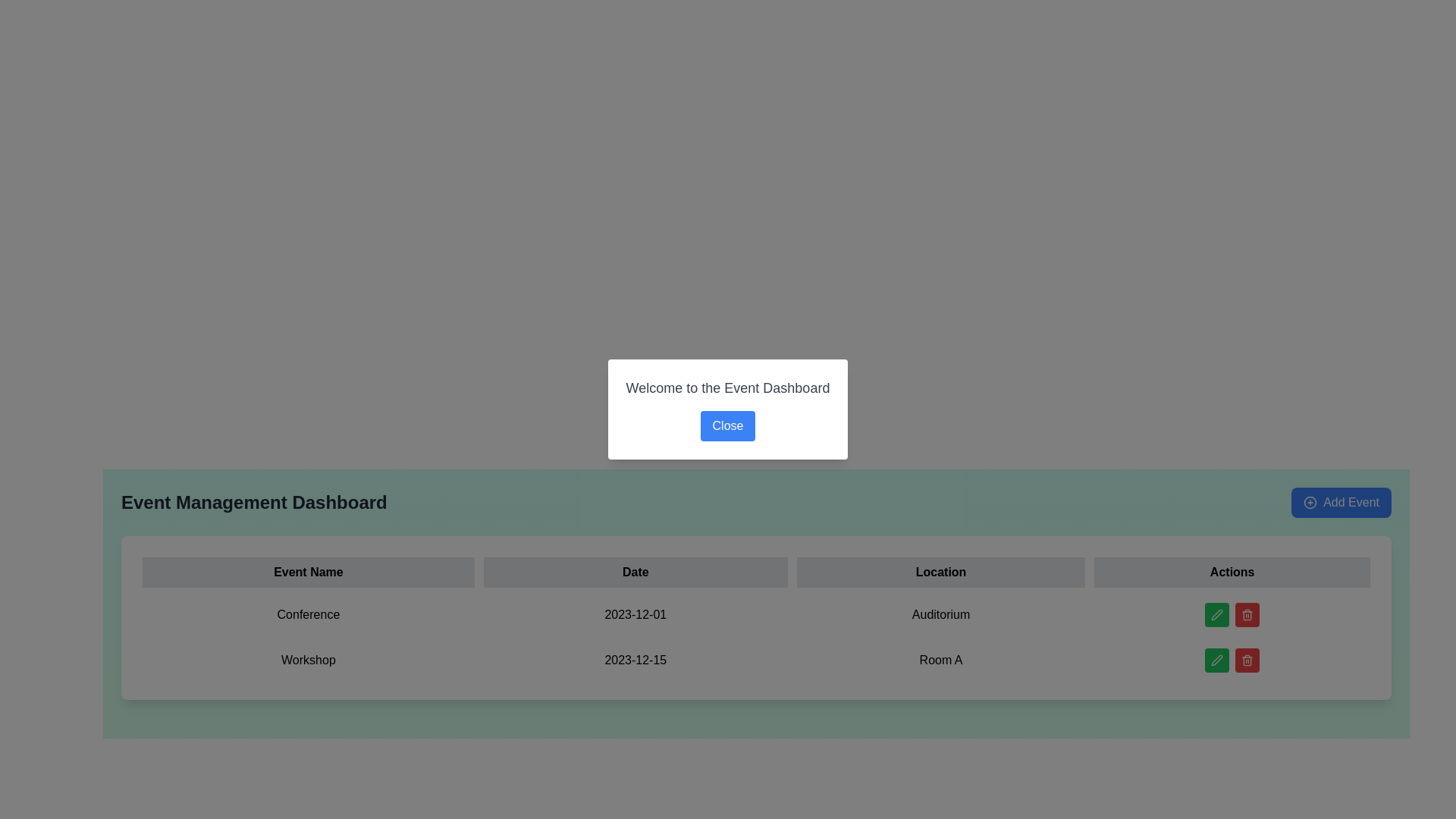 The height and width of the screenshot is (819, 1456). Describe the element at coordinates (728, 409) in the screenshot. I see `the 'Close' button on the dialog box labeled 'Welcome to the Event Dashboard'` at that location.